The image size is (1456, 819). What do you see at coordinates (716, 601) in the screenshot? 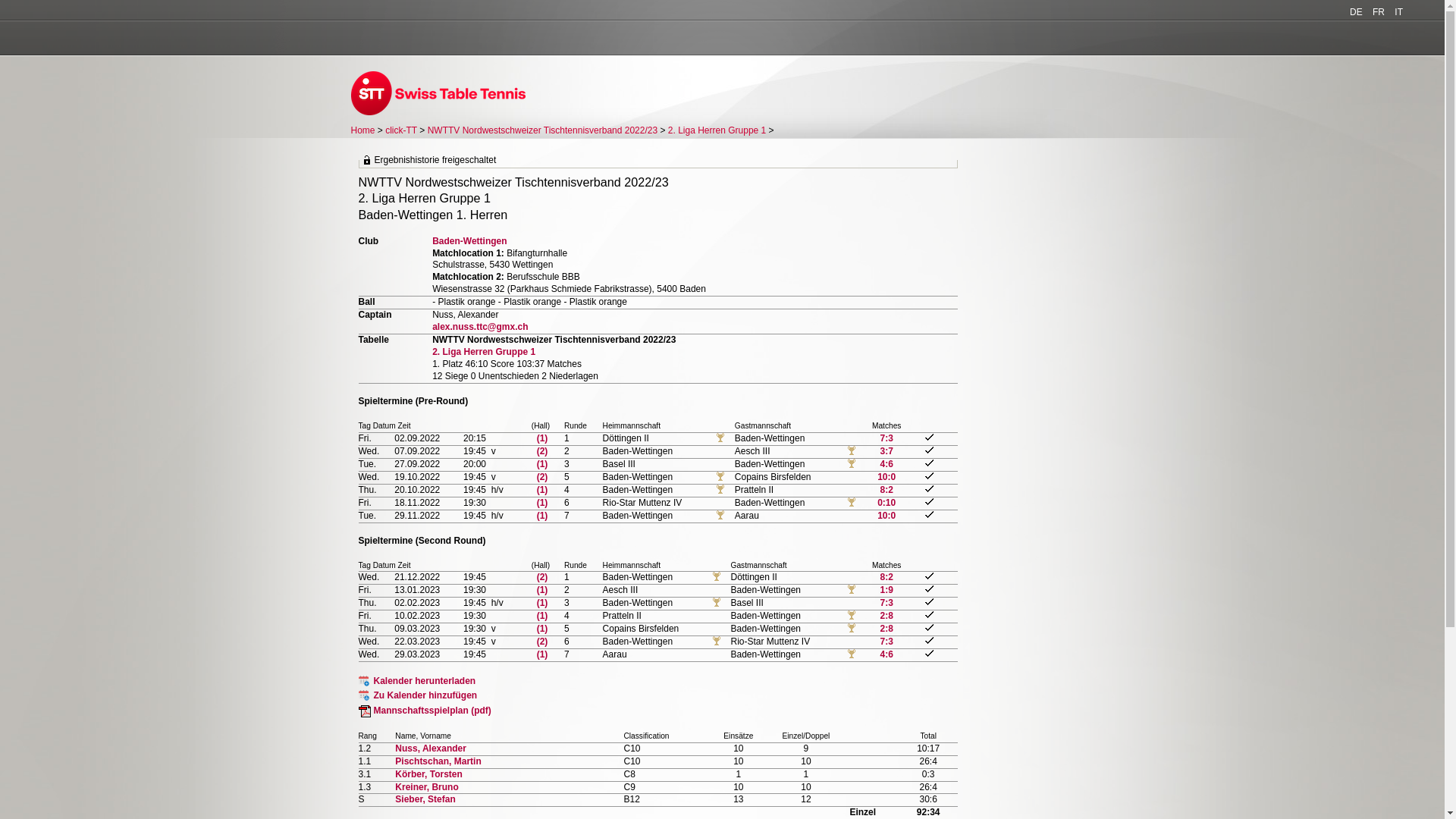
I see `'Victory'` at bounding box center [716, 601].